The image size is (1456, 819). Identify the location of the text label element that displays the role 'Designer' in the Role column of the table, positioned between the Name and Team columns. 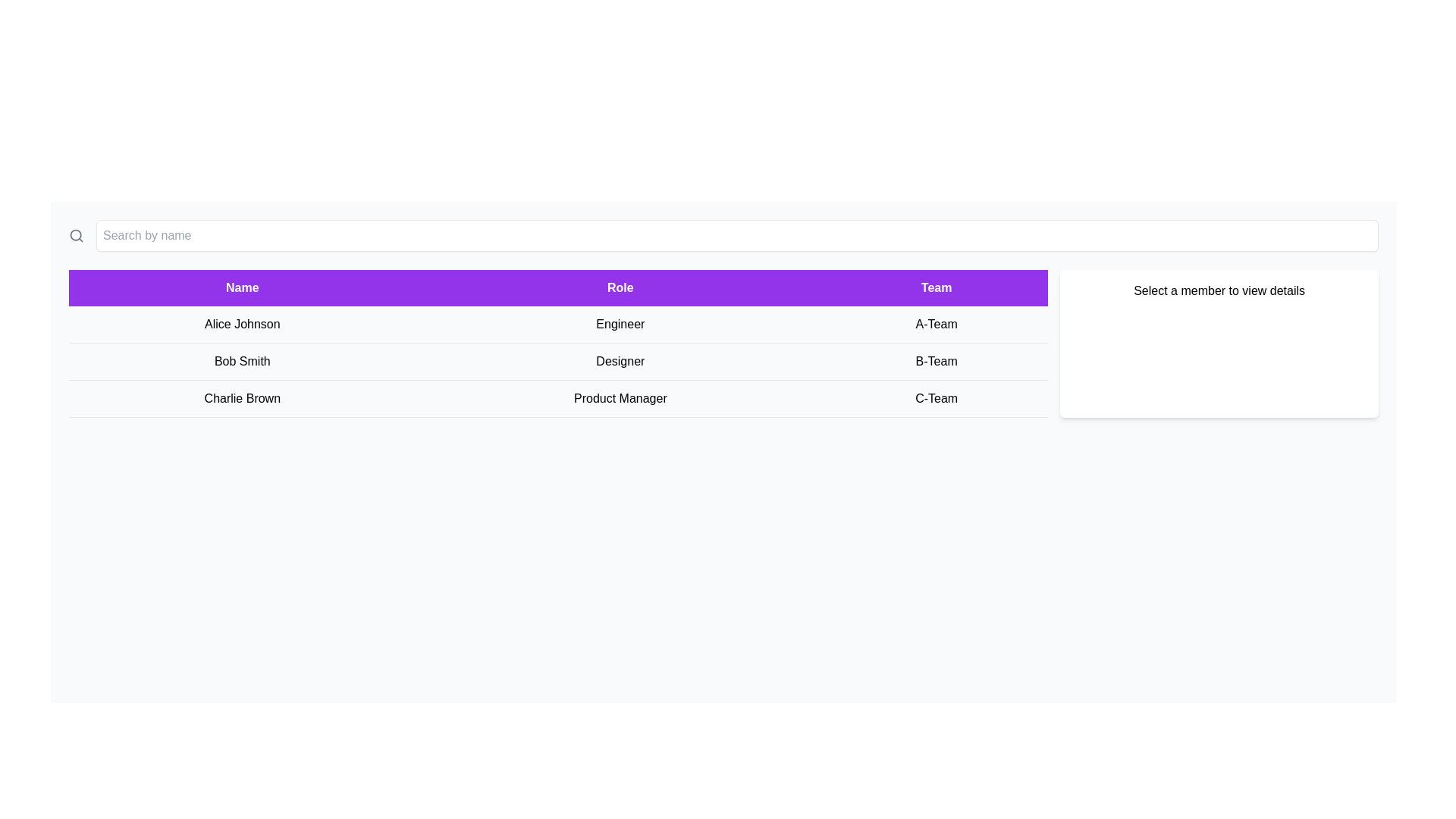
(620, 362).